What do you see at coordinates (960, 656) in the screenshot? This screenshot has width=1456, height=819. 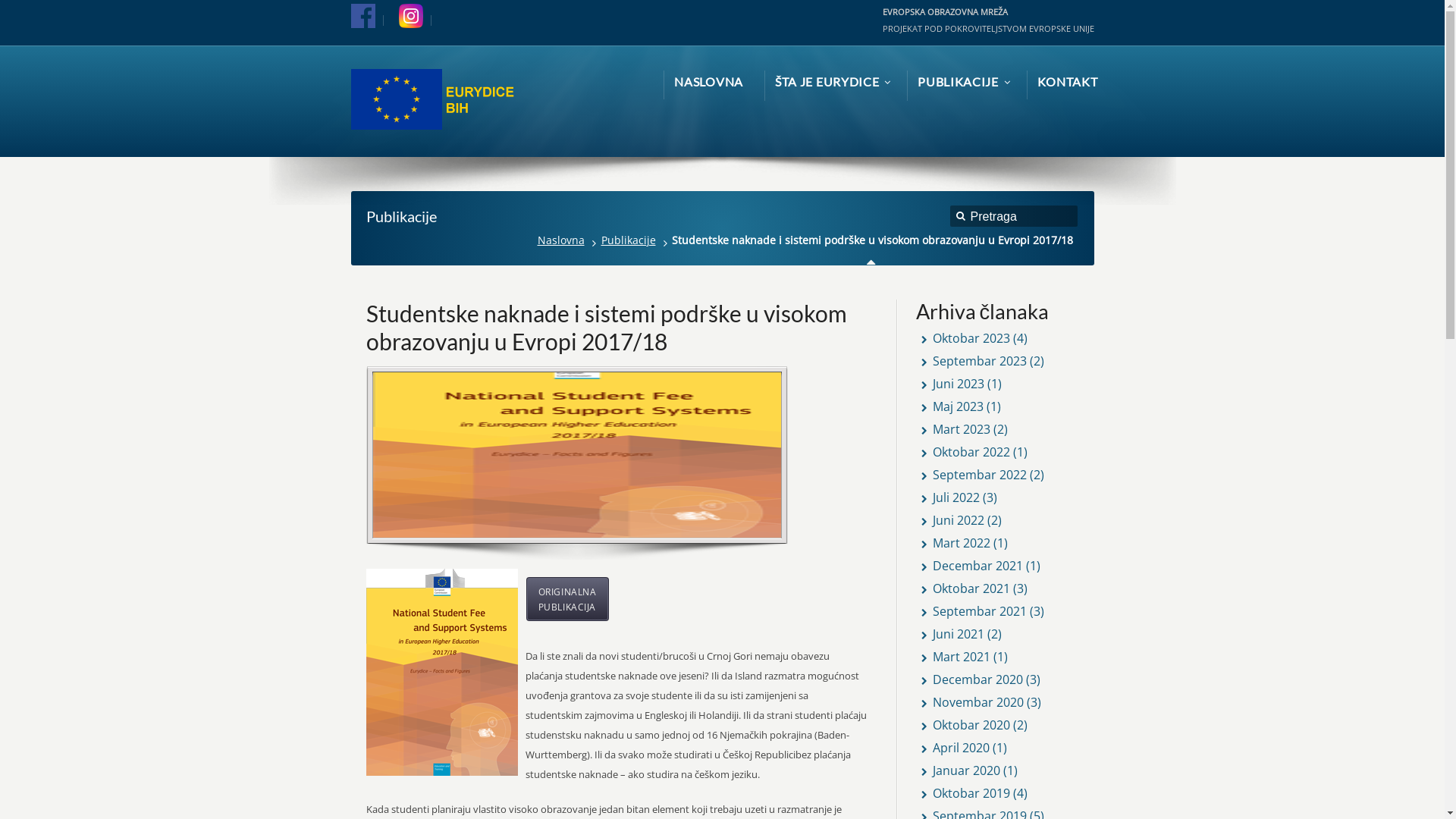 I see `'Mart 2021'` at bounding box center [960, 656].